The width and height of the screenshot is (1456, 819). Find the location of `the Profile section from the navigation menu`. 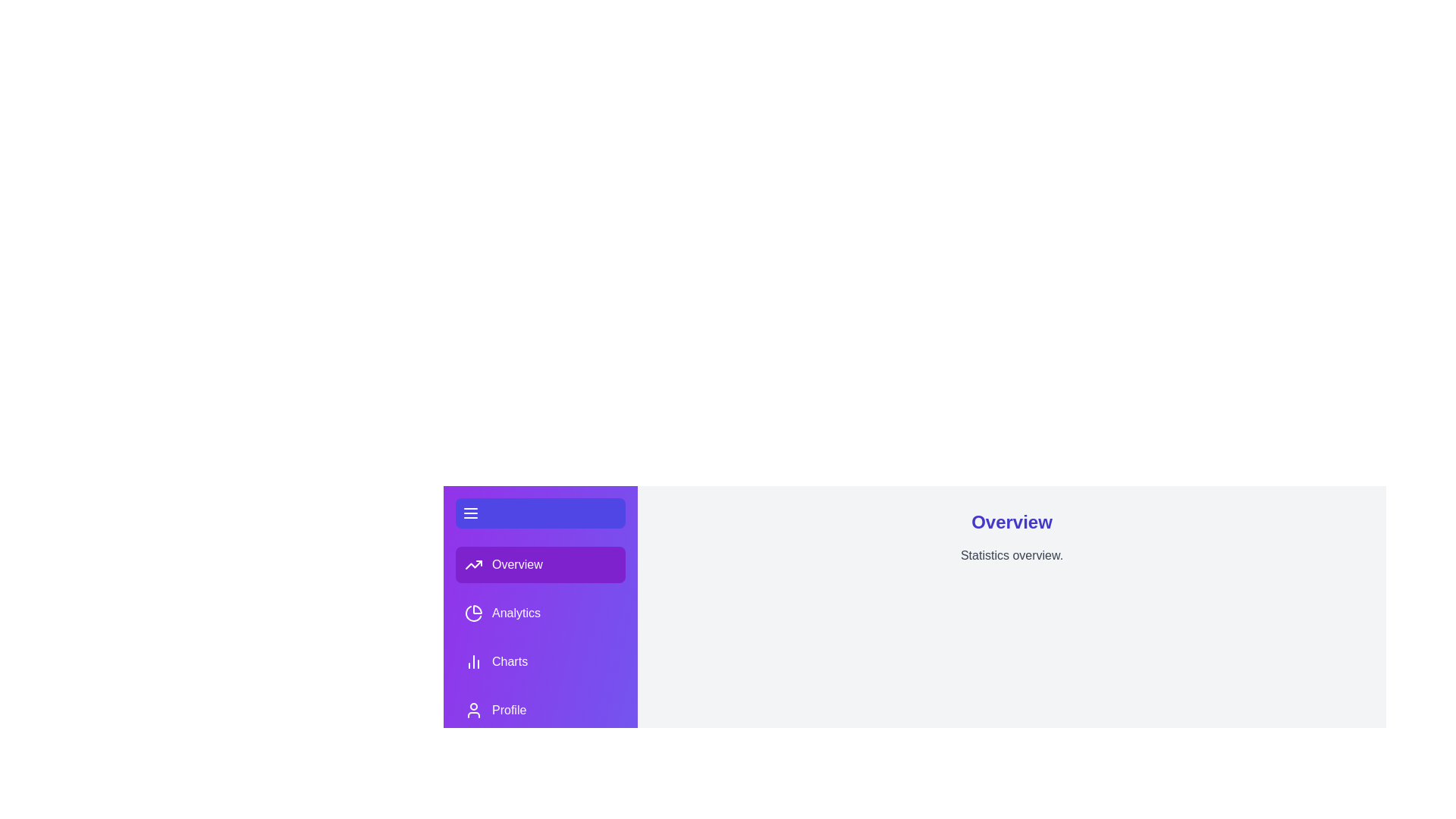

the Profile section from the navigation menu is located at coordinates (541, 711).